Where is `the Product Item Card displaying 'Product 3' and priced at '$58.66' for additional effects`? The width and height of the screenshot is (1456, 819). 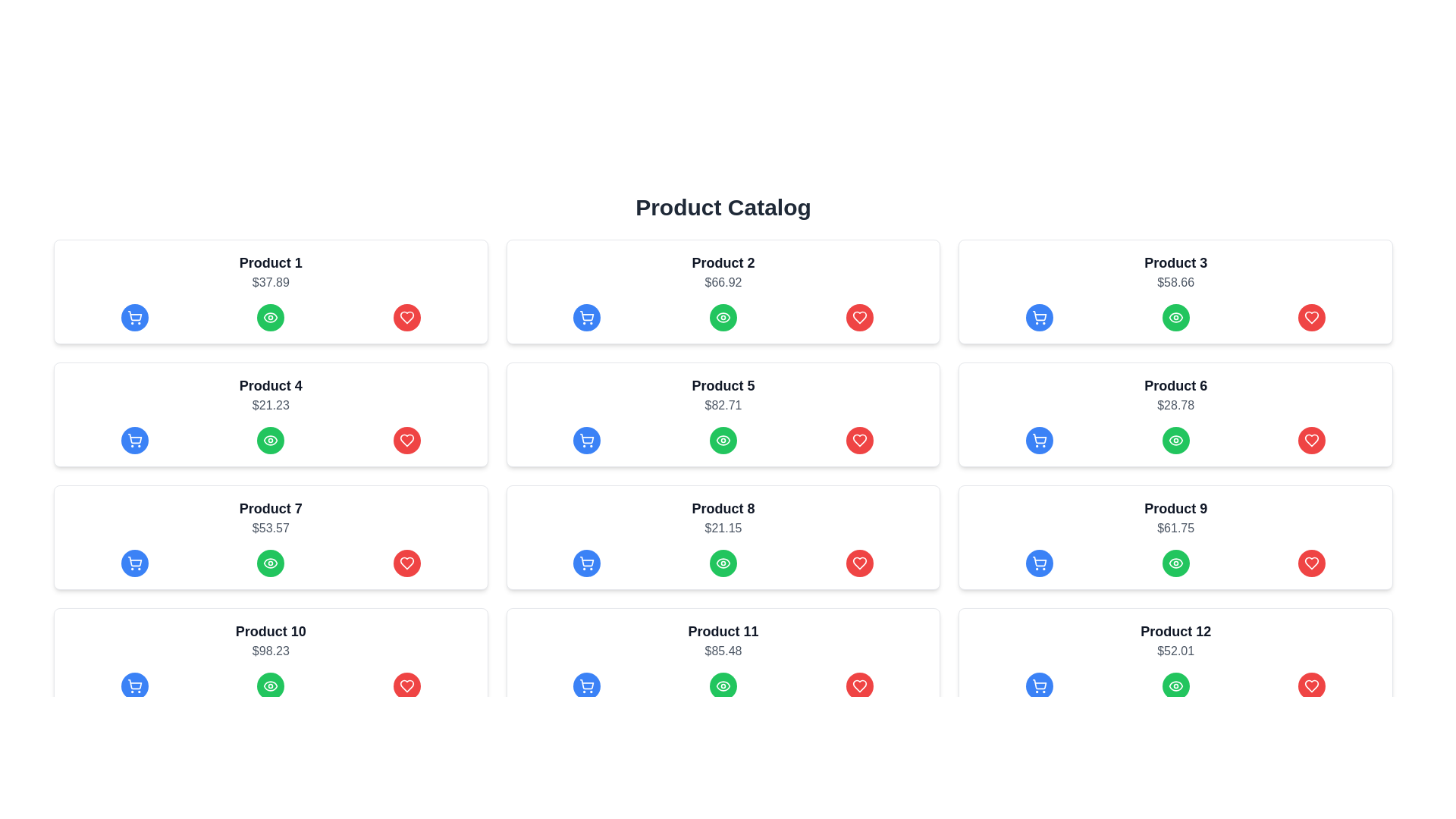
the Product Item Card displaying 'Product 3' and priced at '$58.66' for additional effects is located at coordinates (1175, 292).